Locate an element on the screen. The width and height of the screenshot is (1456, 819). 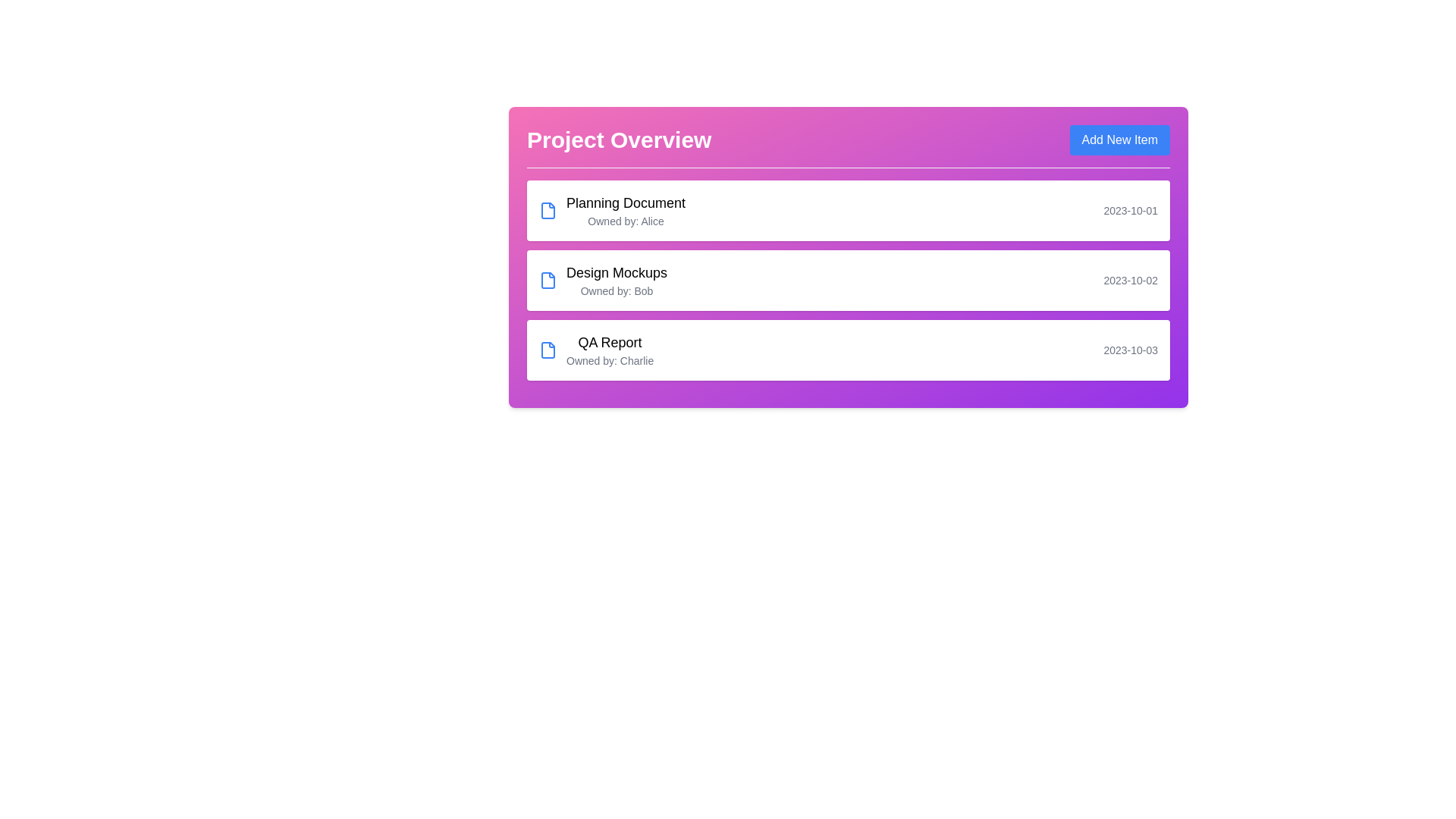
the title and ownership descriptor text element located in the first card of the vertical list, positioned near the top-right section, flanked by a blue file icon is located at coordinates (626, 210).